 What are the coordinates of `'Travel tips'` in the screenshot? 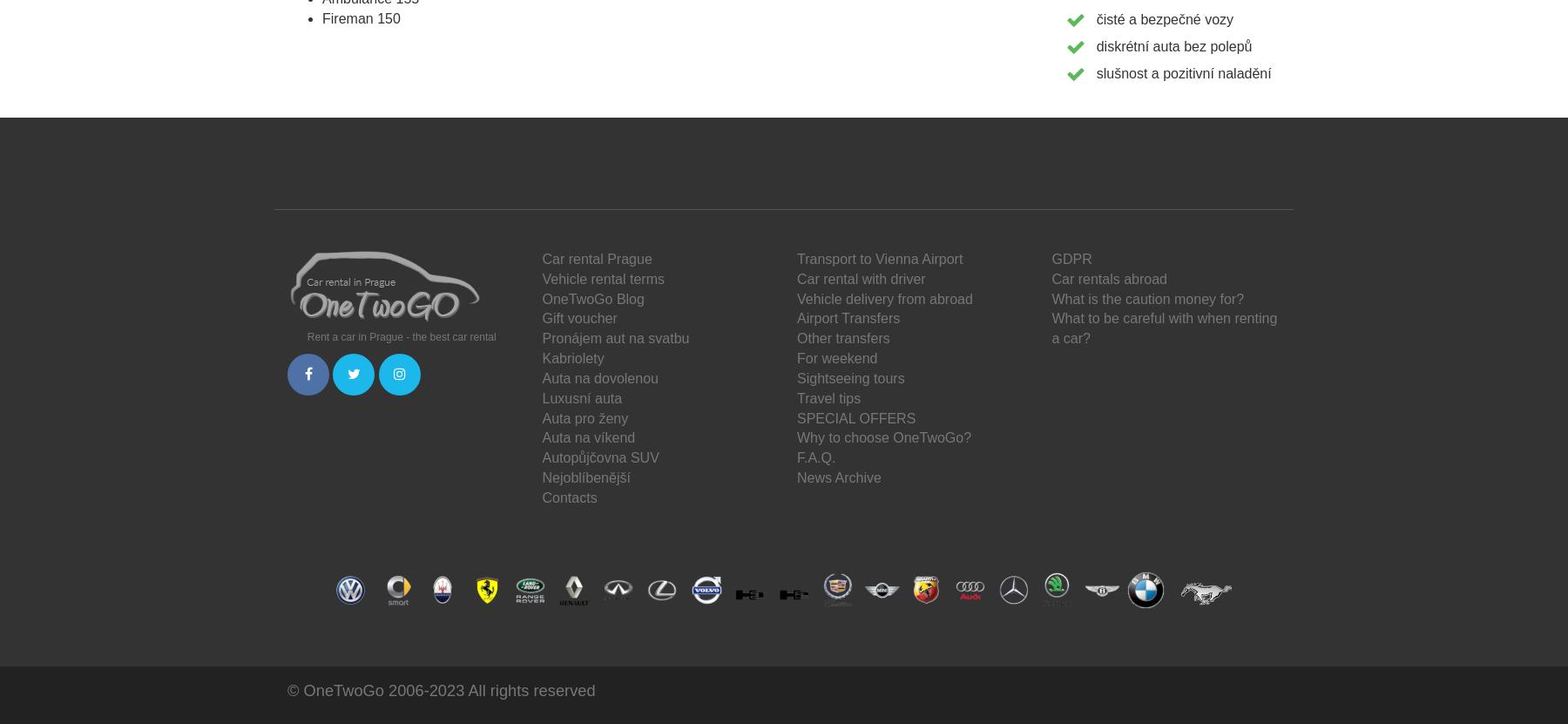 It's located at (828, 396).